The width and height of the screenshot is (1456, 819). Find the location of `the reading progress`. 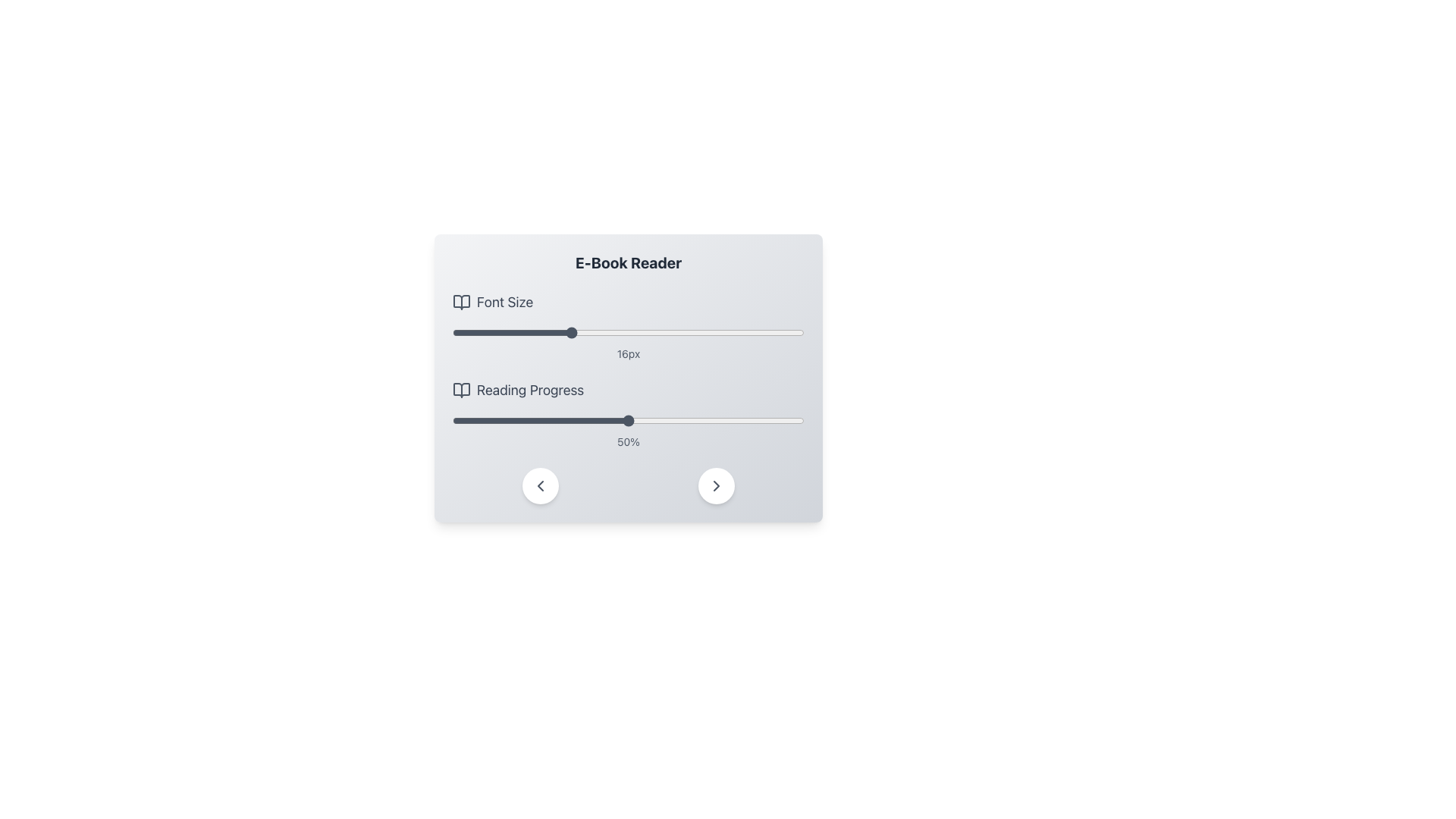

the reading progress is located at coordinates (741, 421).